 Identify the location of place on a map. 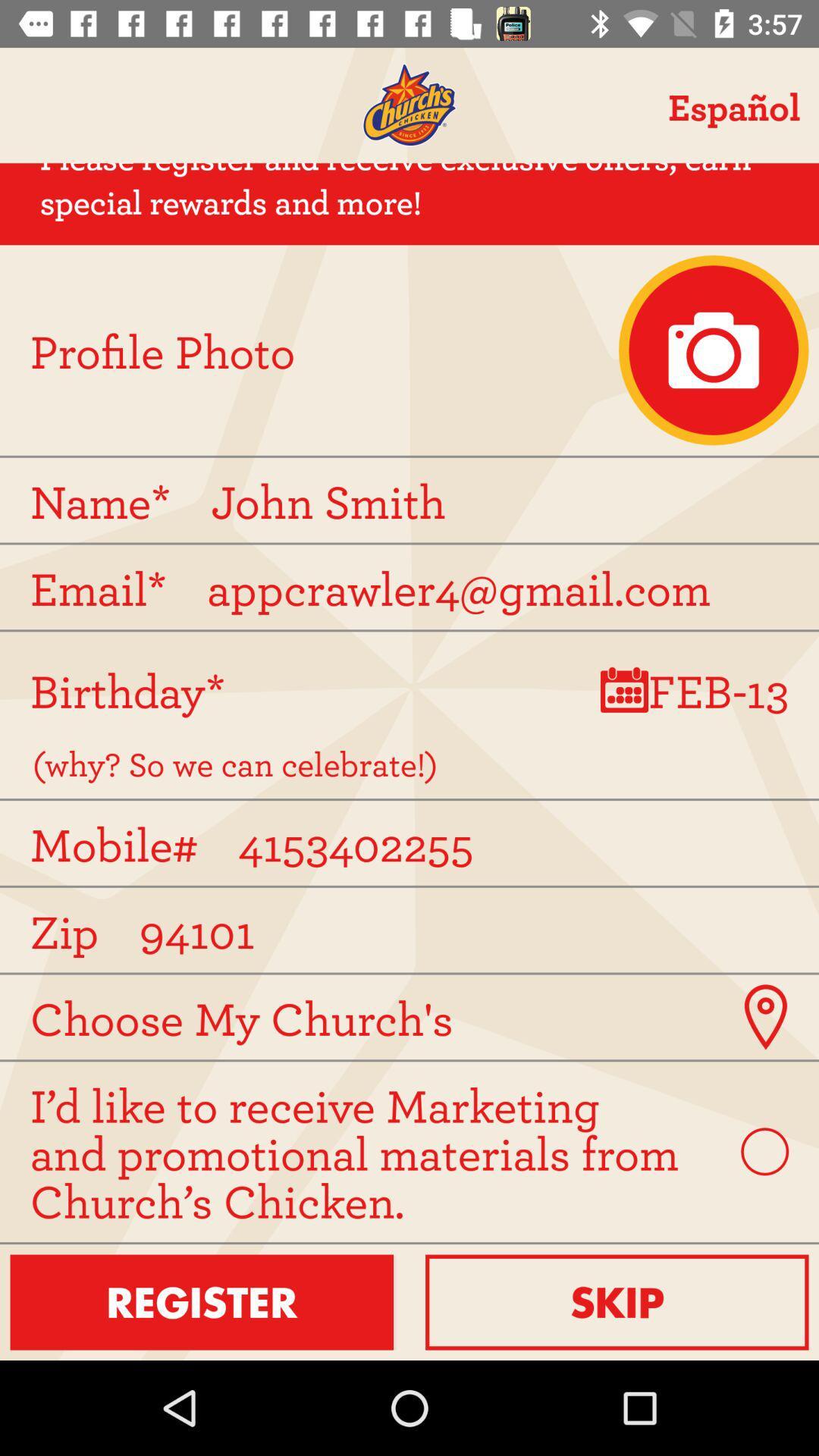
(765, 1017).